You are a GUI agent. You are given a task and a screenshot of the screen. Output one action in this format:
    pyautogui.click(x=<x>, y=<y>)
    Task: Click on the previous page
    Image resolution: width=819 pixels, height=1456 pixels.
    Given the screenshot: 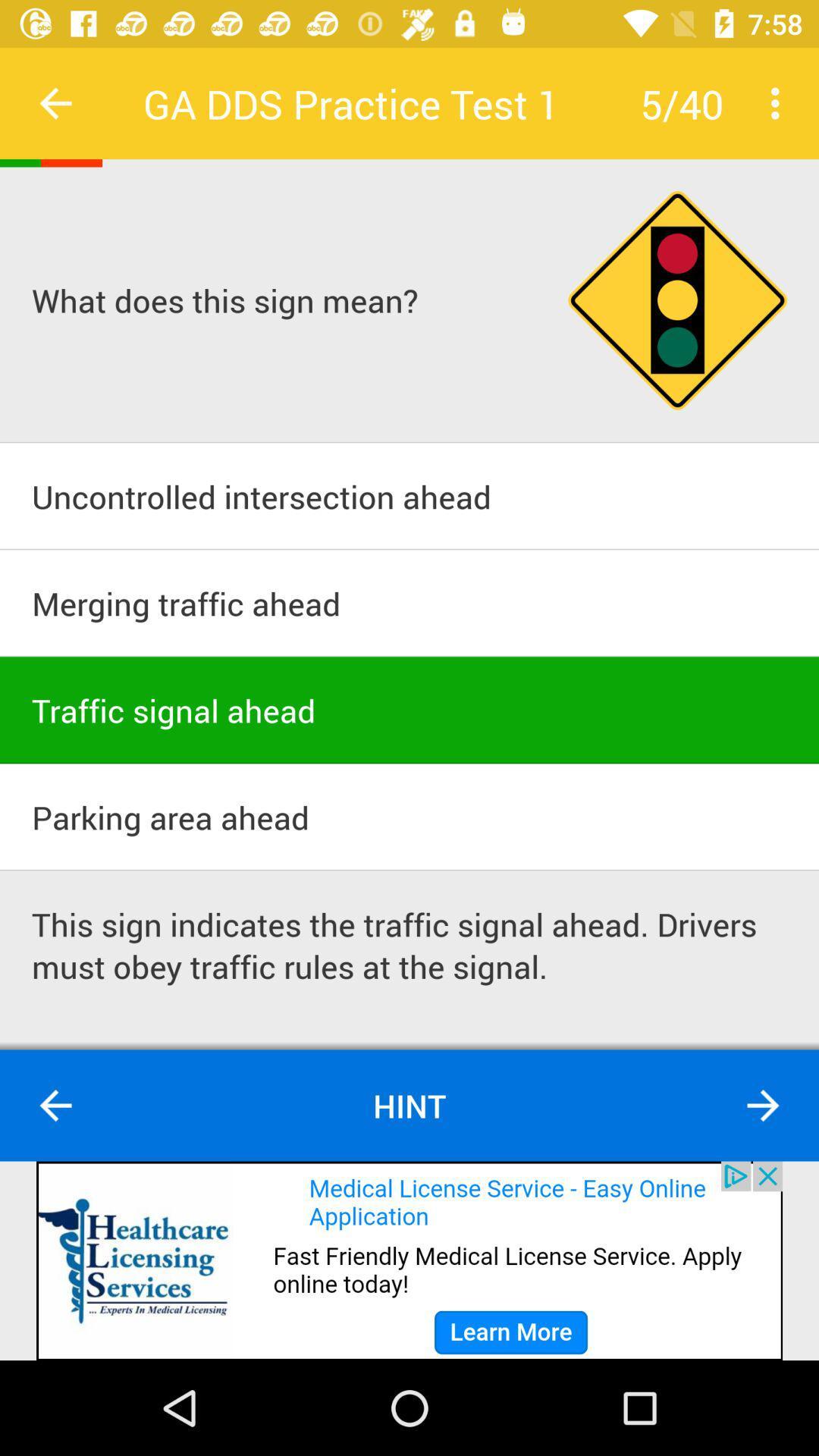 What is the action you would take?
    pyautogui.click(x=55, y=102)
    